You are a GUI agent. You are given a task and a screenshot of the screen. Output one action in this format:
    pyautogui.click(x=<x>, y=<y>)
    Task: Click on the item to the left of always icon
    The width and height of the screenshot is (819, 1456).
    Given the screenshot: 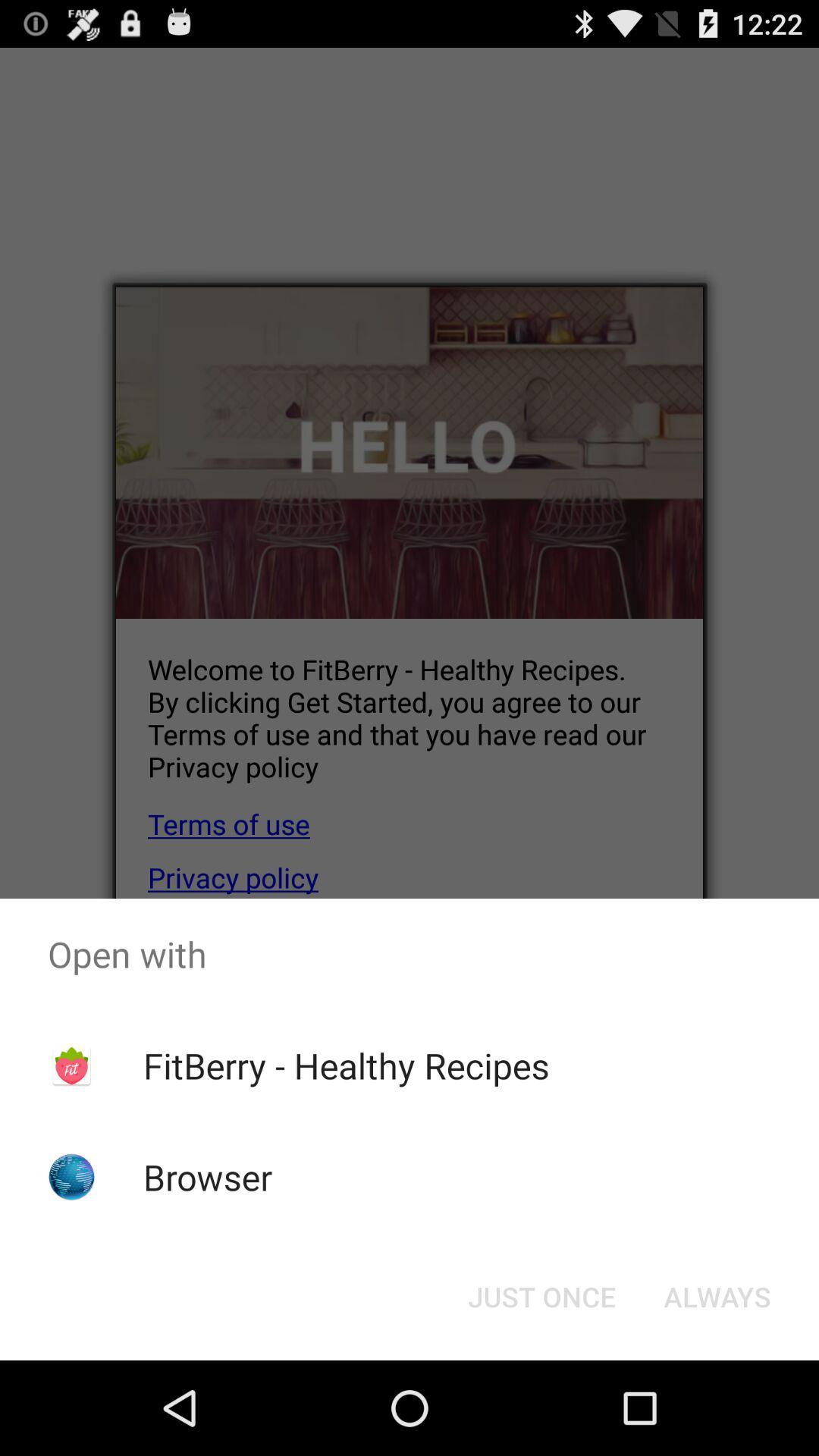 What is the action you would take?
    pyautogui.click(x=541, y=1295)
    